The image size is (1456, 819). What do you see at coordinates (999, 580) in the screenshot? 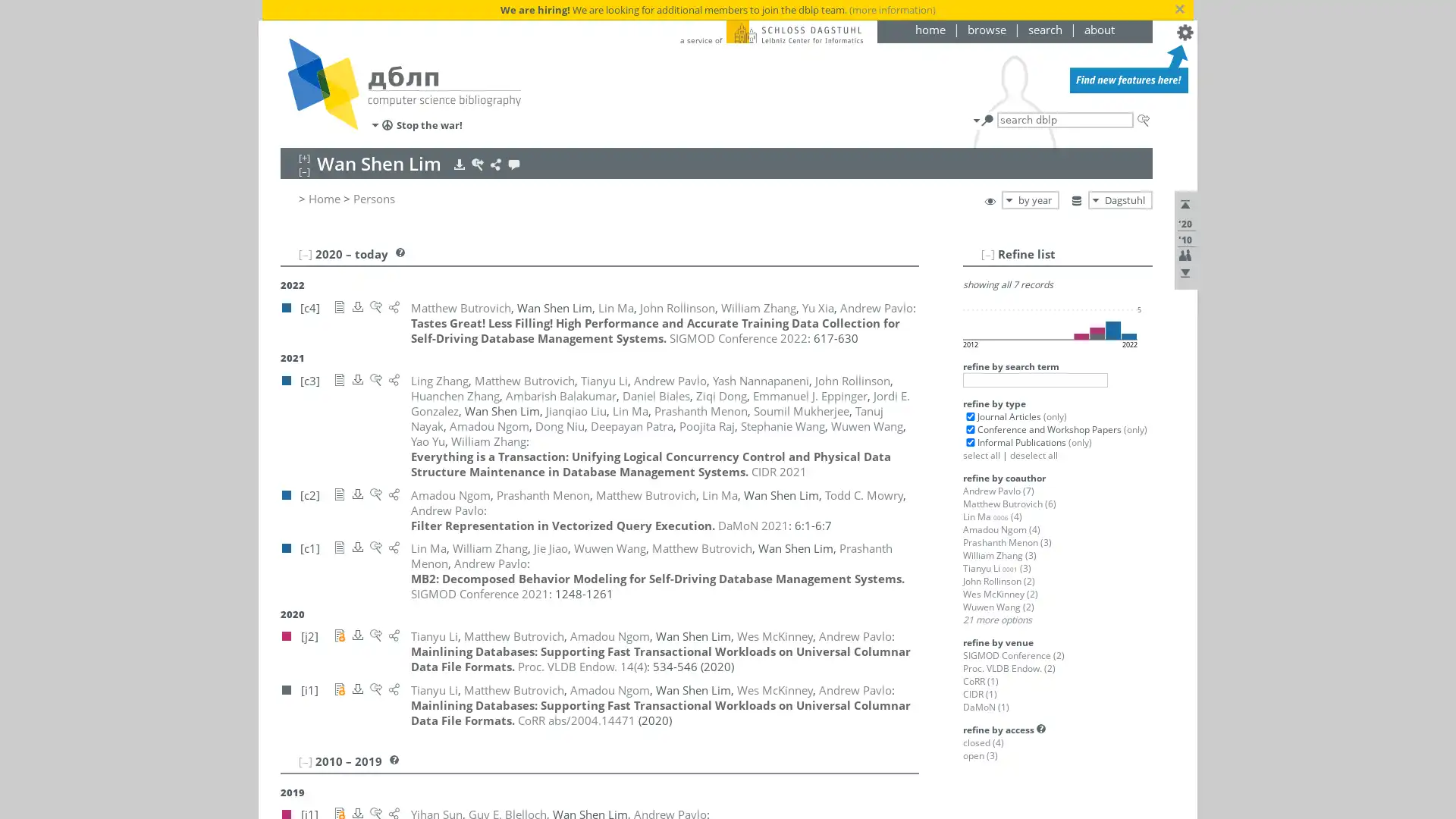
I see `John Rollinson (2)` at bounding box center [999, 580].